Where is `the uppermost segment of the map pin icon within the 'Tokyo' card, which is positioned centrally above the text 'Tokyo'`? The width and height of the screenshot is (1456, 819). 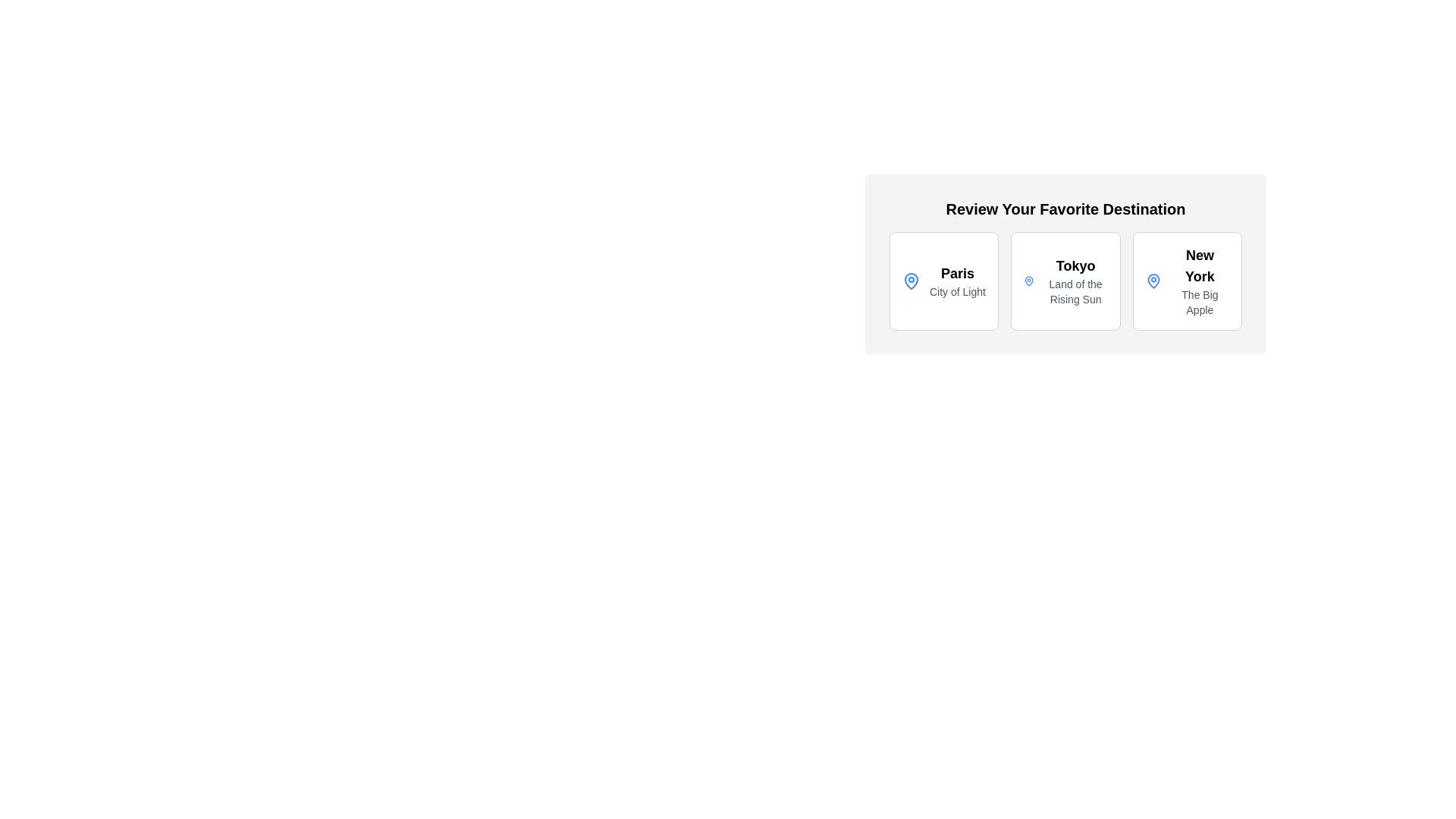
the uppermost segment of the map pin icon within the 'Tokyo' card, which is positioned centrally above the text 'Tokyo' is located at coordinates (1029, 281).